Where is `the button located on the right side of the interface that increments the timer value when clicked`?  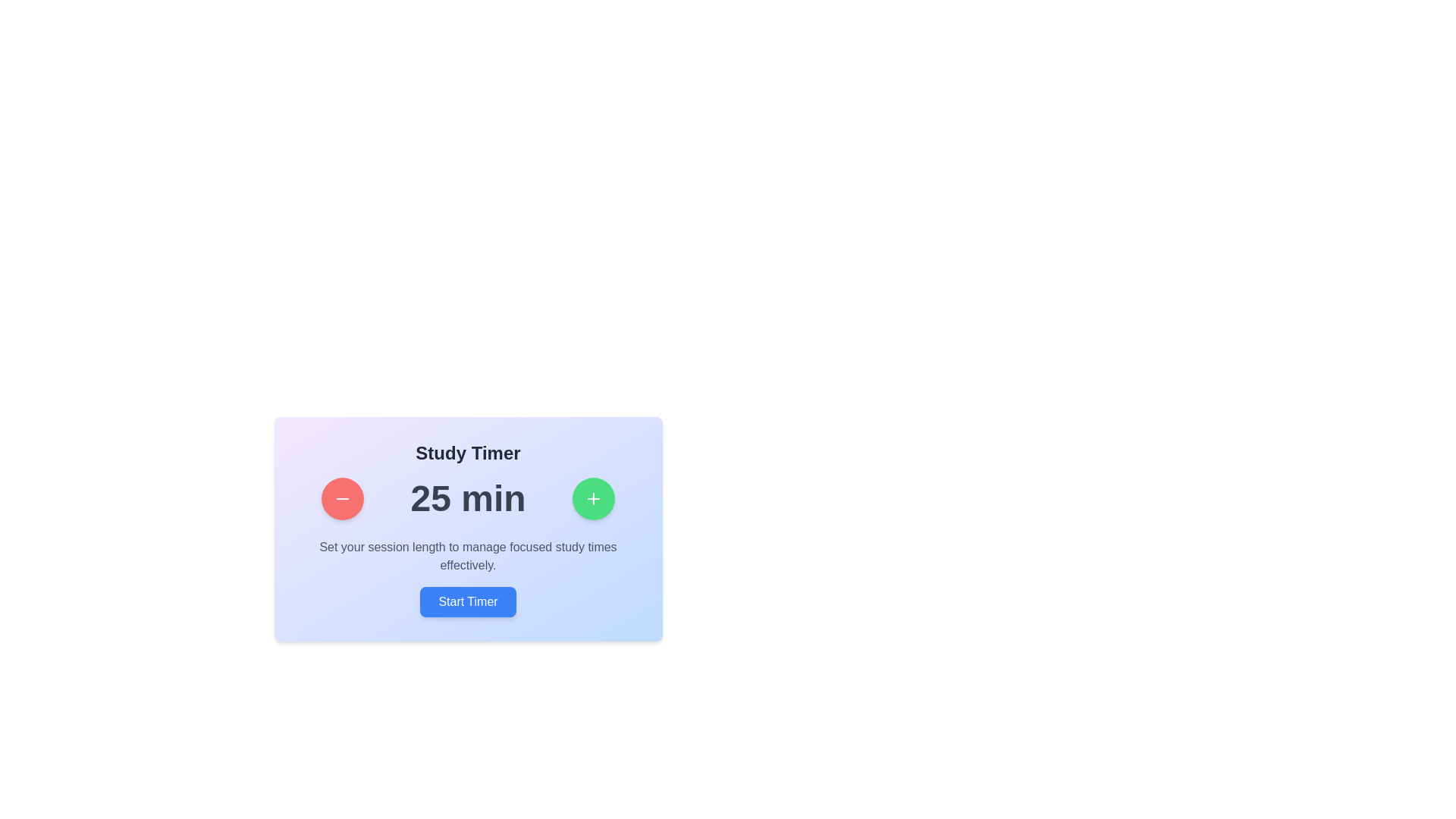 the button located on the right side of the interface that increments the timer value when clicked is located at coordinates (592, 499).